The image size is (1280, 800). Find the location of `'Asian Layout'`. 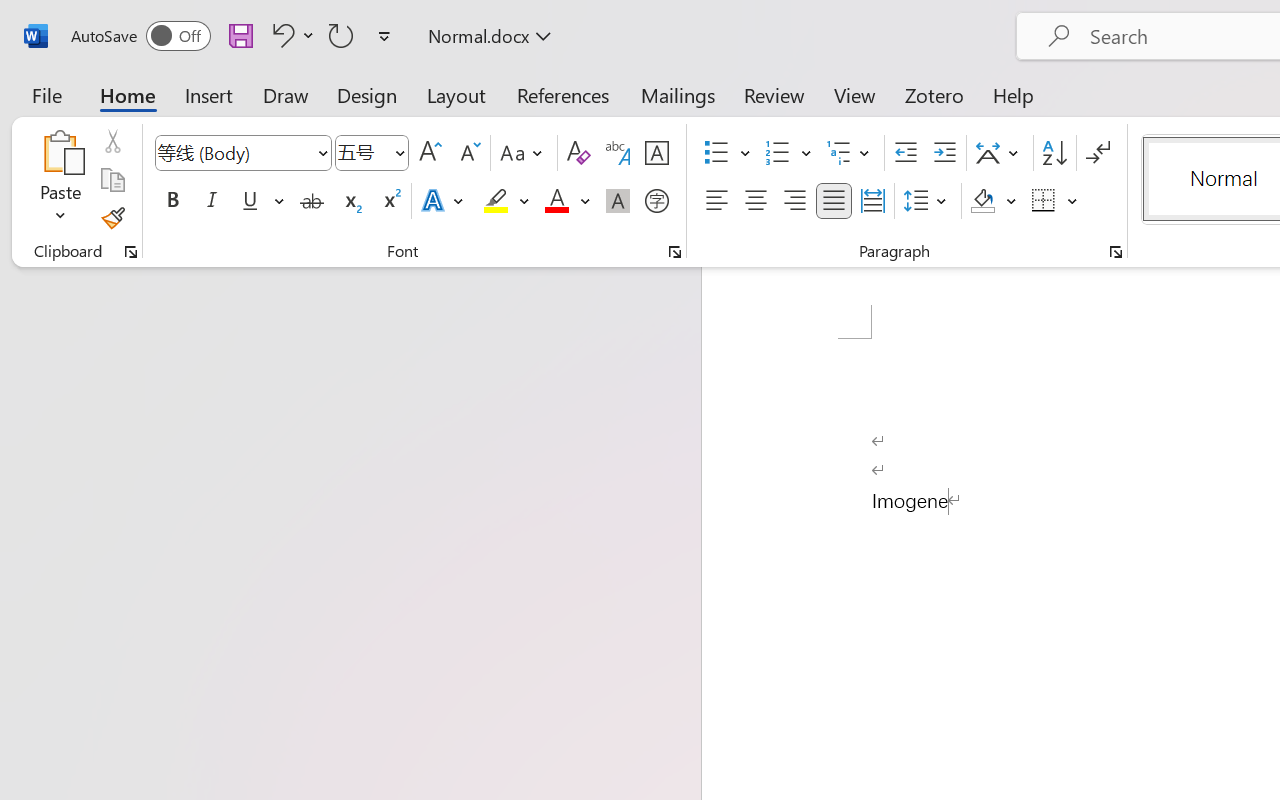

'Asian Layout' is located at coordinates (1000, 153).